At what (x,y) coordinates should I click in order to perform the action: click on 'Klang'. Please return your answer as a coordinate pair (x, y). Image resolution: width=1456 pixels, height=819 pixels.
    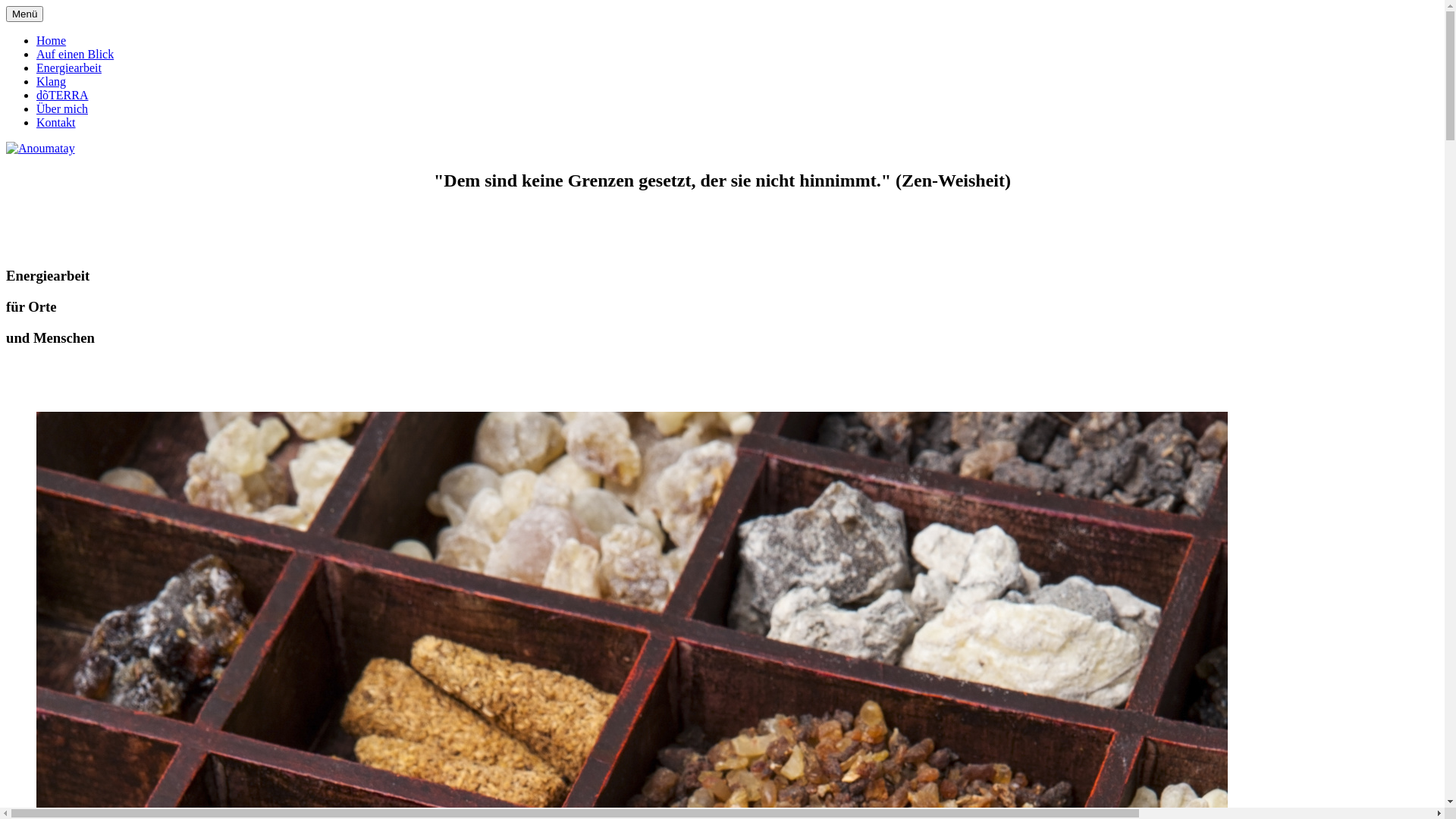
    Looking at the image, I should click on (51, 81).